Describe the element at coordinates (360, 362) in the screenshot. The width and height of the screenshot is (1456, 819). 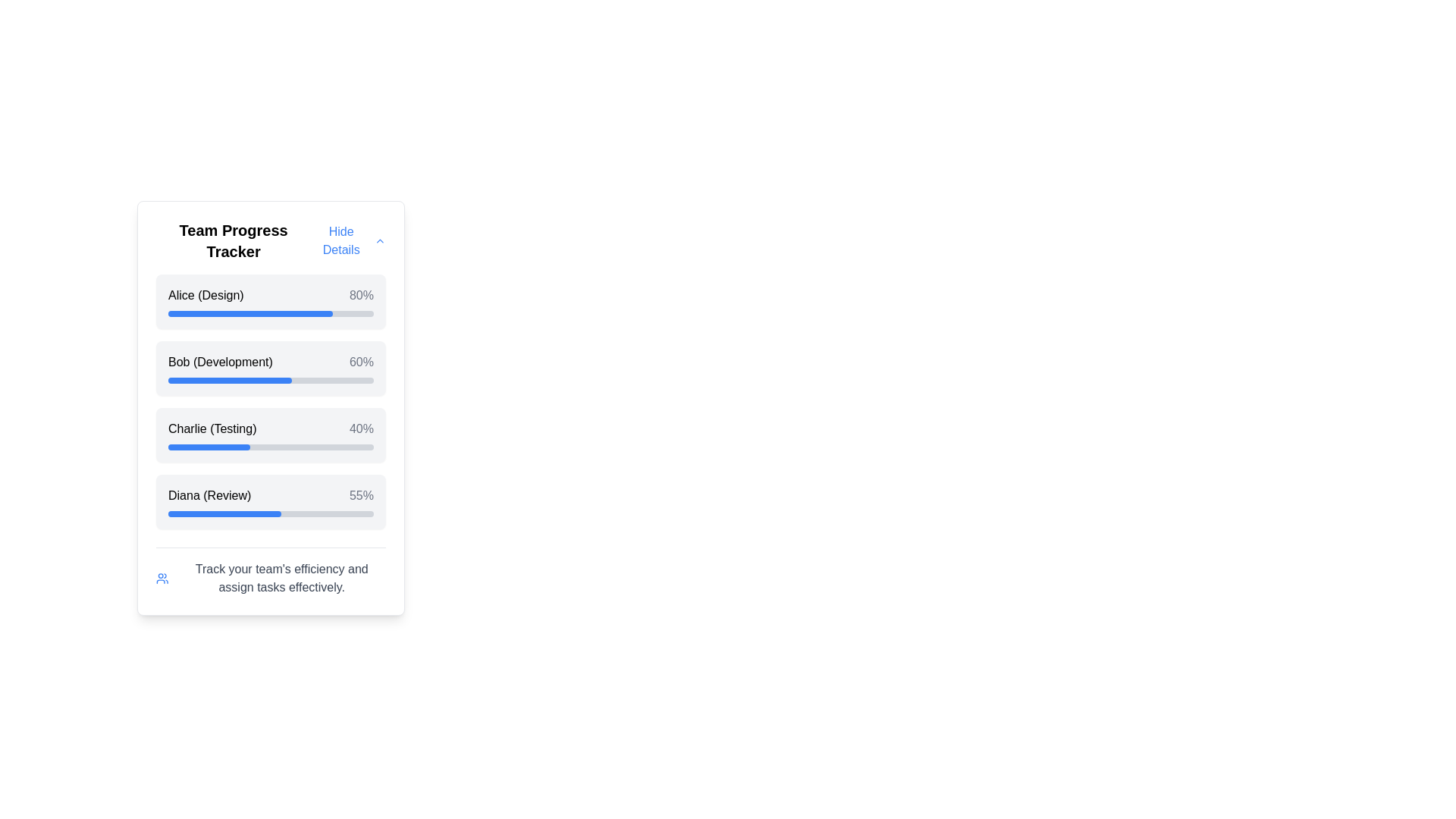
I see `the static text label displaying the progress percentage for 'Bob (Development)', which is non-interactive and located on the right side of the corresponding progress bar` at that location.